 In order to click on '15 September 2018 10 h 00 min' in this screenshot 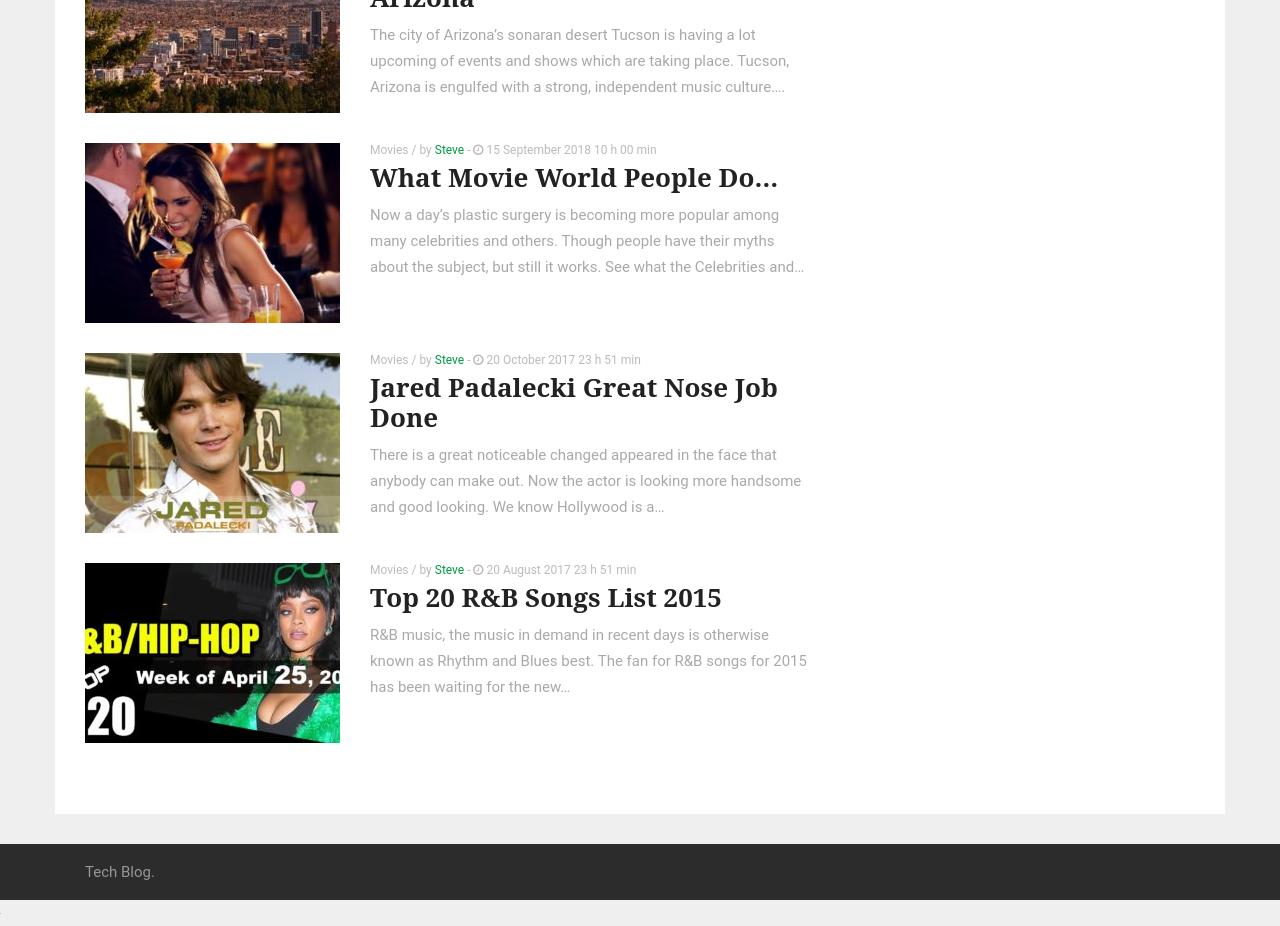, I will do `click(568, 147)`.